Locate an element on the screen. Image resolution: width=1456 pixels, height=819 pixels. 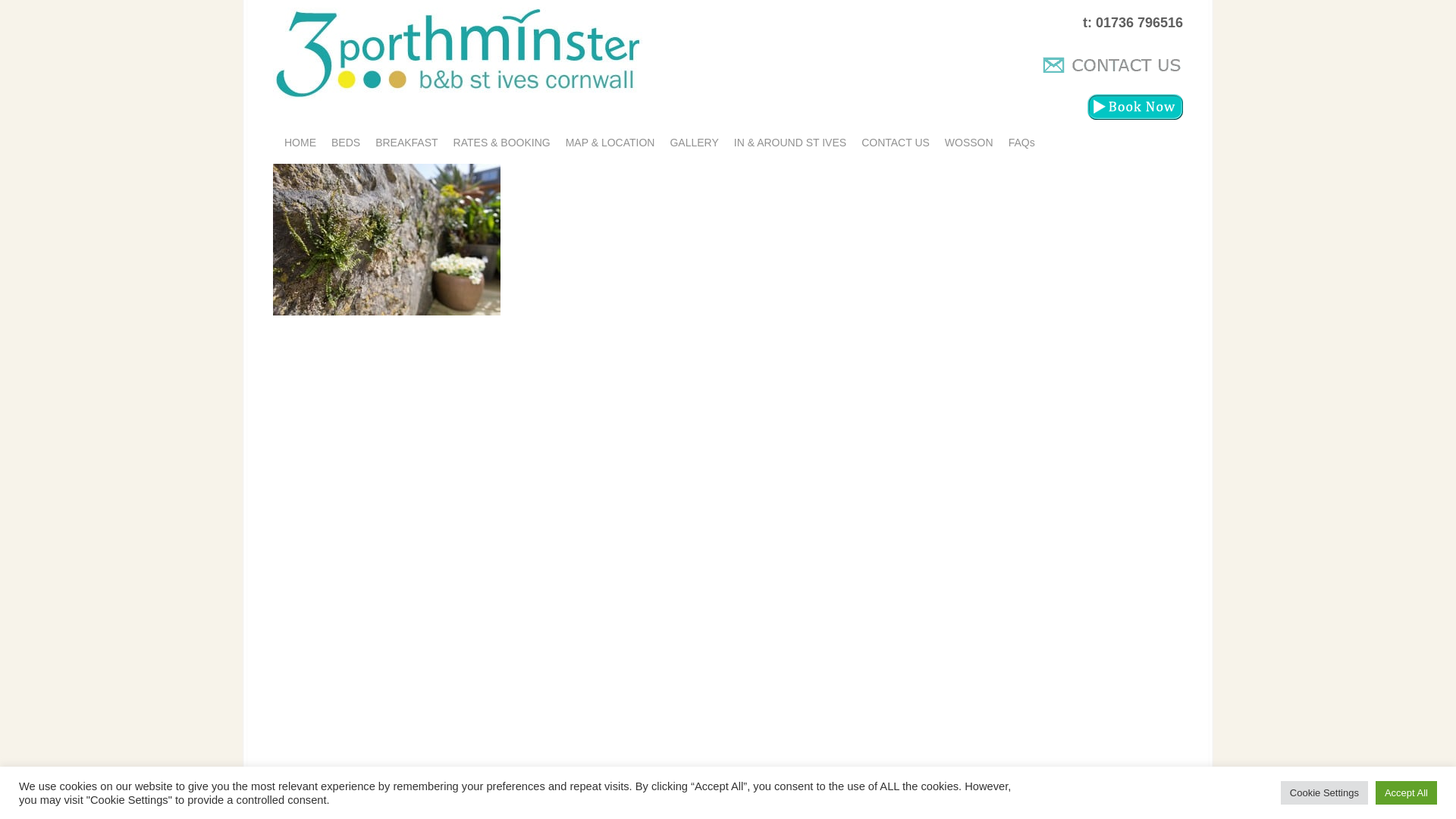
'CONTACT US' is located at coordinates (895, 143).